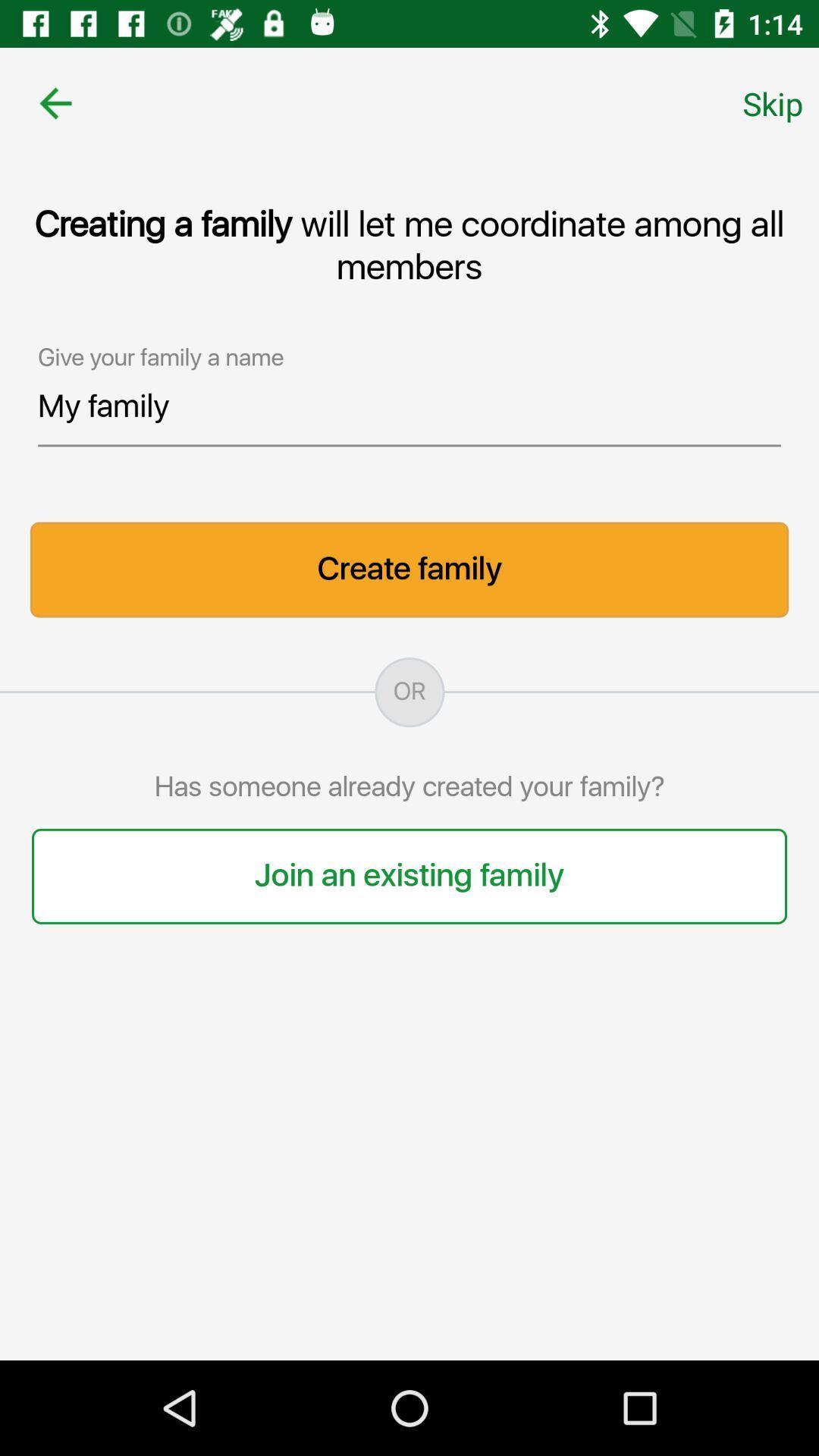 The height and width of the screenshot is (1456, 819). I want to click on item at the top left corner, so click(55, 102).